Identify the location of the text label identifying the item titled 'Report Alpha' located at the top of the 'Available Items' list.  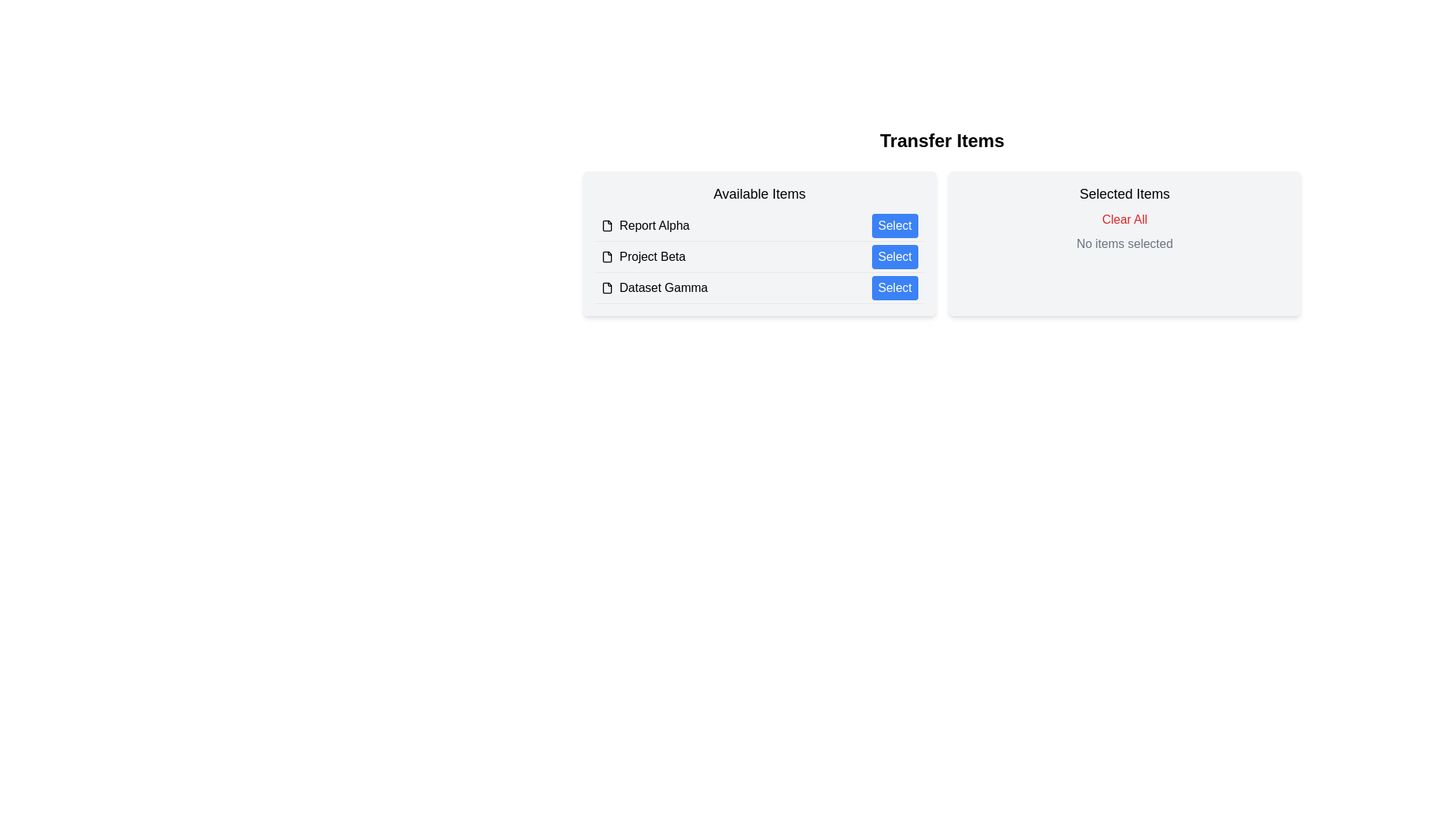
(654, 225).